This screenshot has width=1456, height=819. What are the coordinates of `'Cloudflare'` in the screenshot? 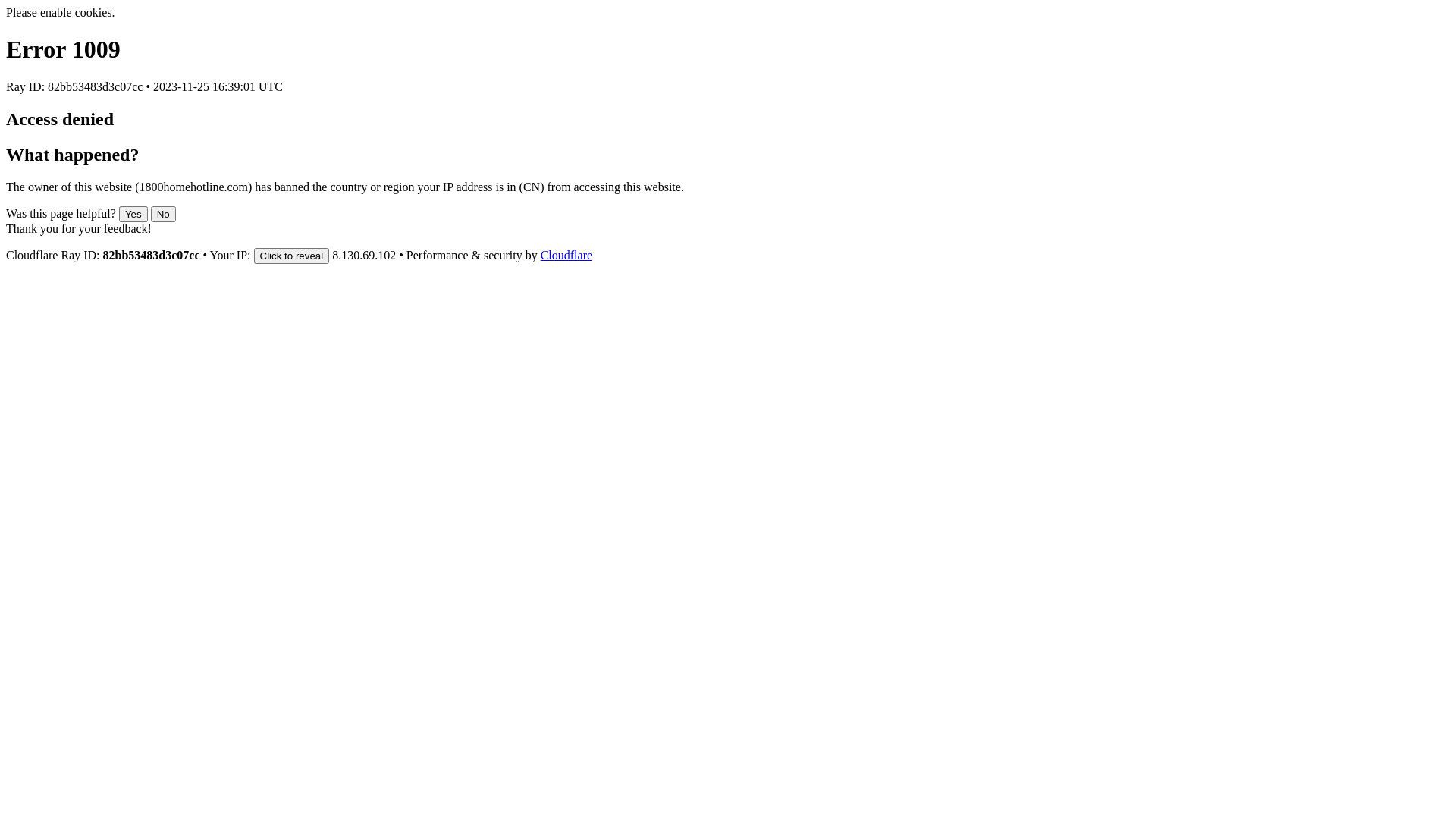 It's located at (566, 254).